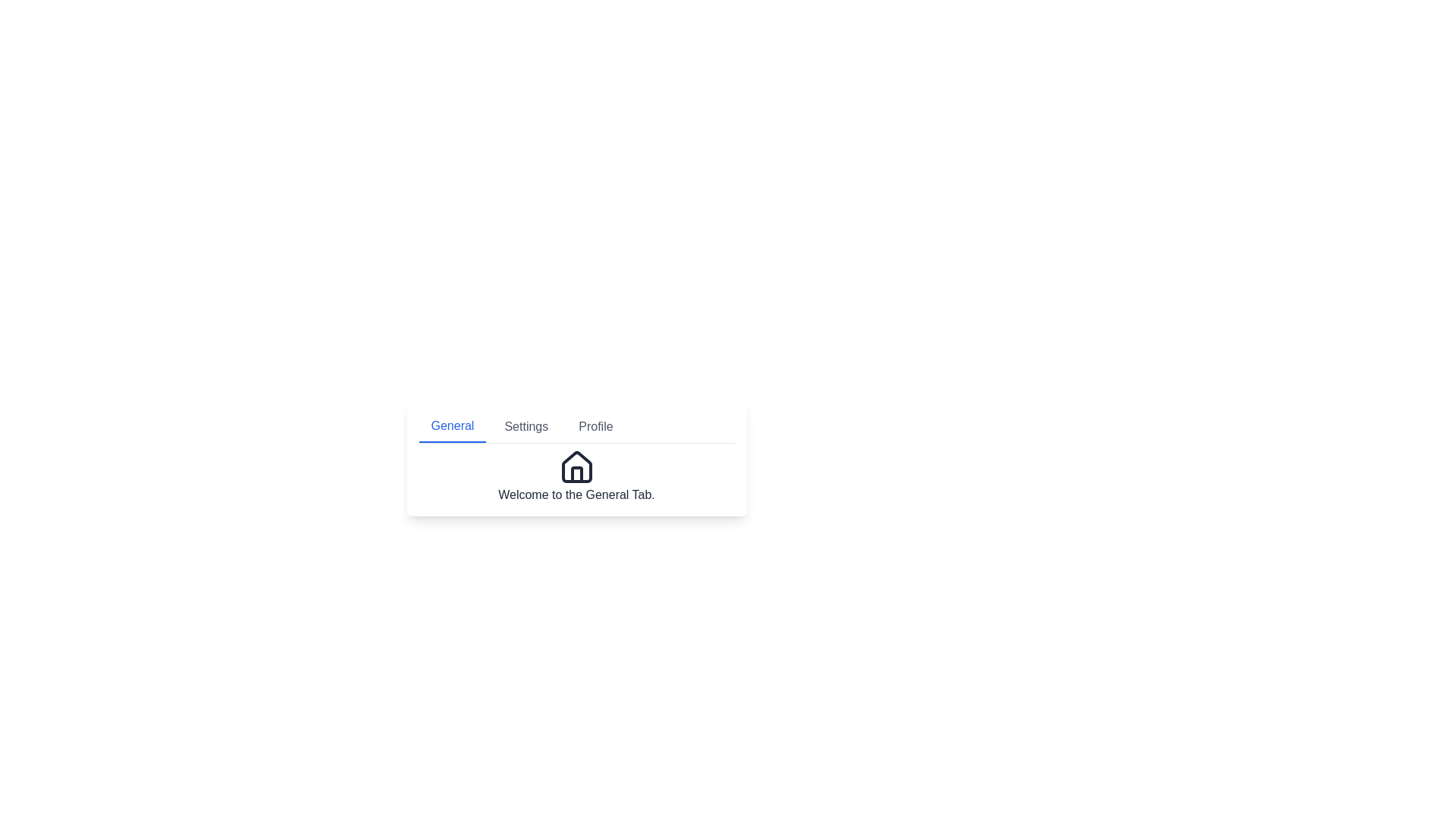  What do you see at coordinates (576, 467) in the screenshot?
I see `the house icon, which represents the 'home' functionality` at bounding box center [576, 467].